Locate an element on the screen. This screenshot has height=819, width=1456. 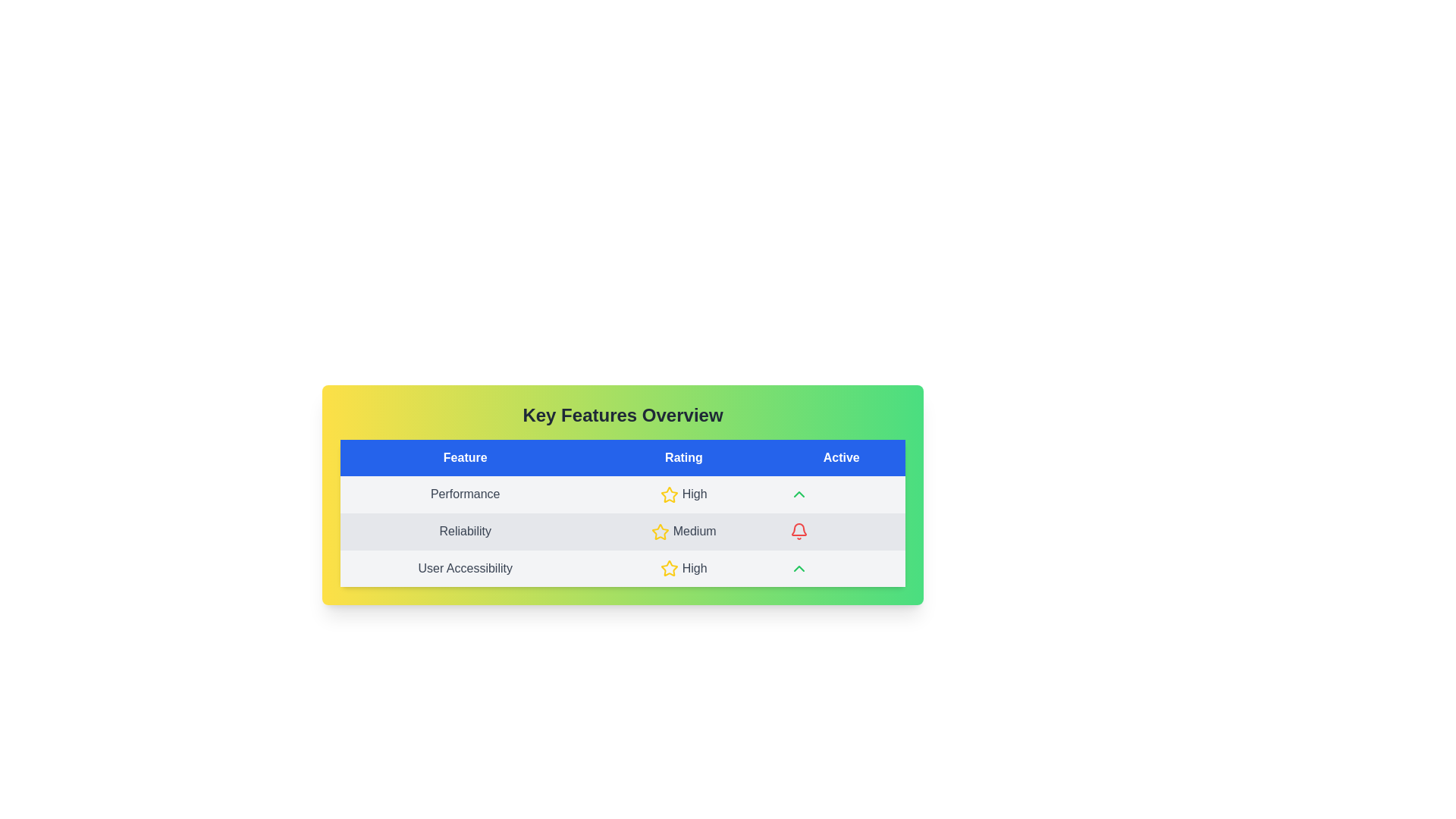
the 'High' performance rating text label in the second column of the first row under the 'Rating' header is located at coordinates (683, 494).